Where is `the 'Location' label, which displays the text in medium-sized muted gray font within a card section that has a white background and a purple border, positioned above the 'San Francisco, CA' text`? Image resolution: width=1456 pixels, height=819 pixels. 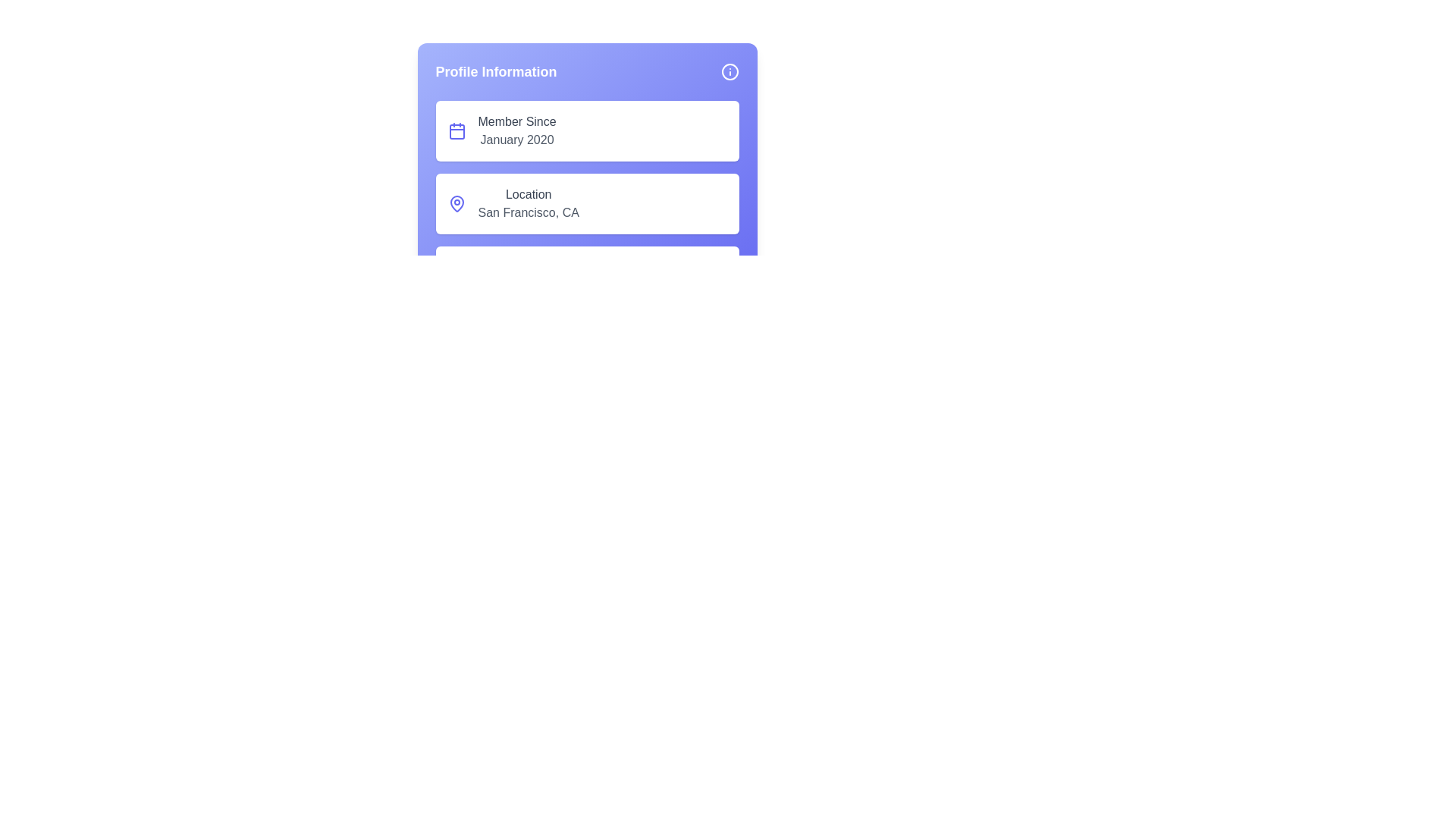 the 'Location' label, which displays the text in medium-sized muted gray font within a card section that has a white background and a purple border, positioned above the 'San Francisco, CA' text is located at coordinates (529, 194).